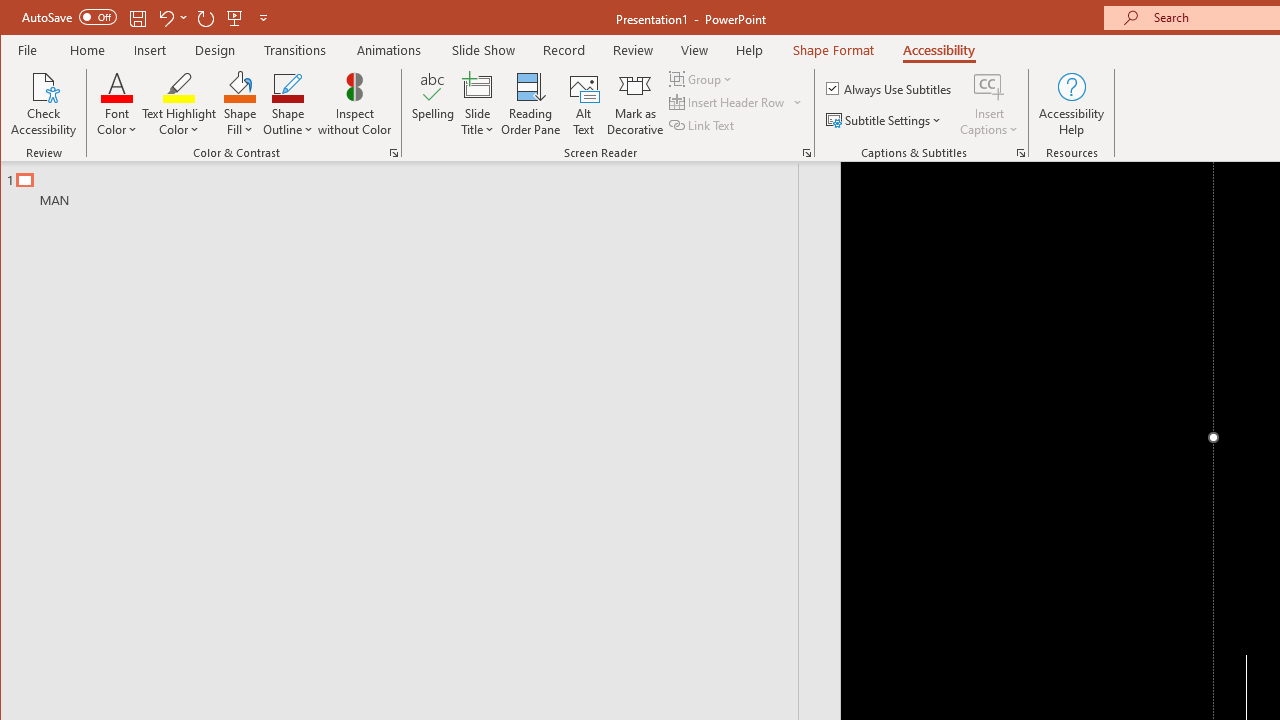 The width and height of the screenshot is (1280, 720). Describe the element at coordinates (355, 104) in the screenshot. I see `'Inspect without Color'` at that location.